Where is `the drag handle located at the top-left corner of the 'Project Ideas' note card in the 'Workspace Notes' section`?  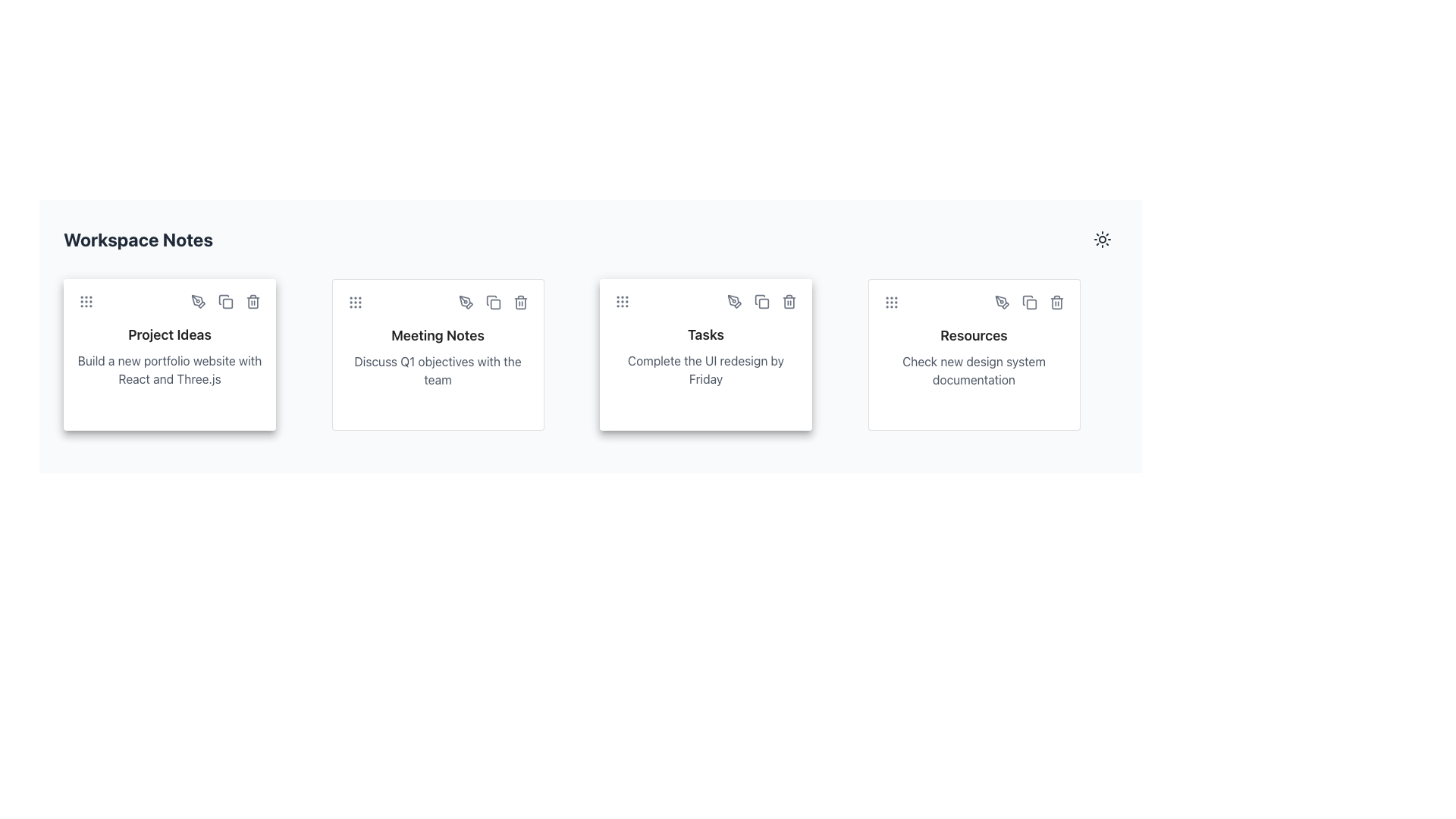 the drag handle located at the top-left corner of the 'Project Ideas' note card in the 'Workspace Notes' section is located at coordinates (86, 301).